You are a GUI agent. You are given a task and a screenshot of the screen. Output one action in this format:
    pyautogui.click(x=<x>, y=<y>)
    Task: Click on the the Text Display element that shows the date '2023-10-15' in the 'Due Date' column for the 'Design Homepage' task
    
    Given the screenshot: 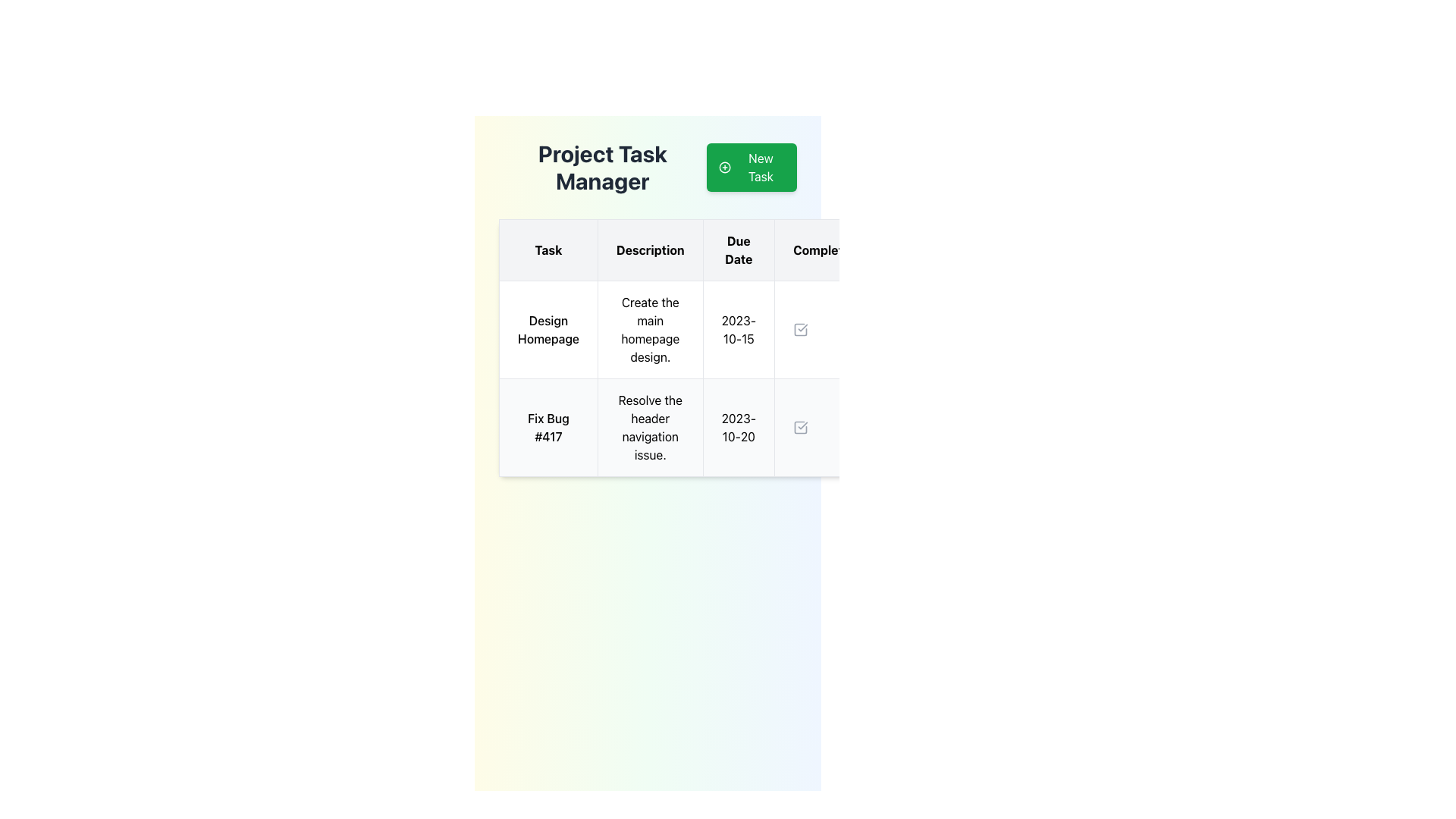 What is the action you would take?
    pyautogui.click(x=739, y=329)
    